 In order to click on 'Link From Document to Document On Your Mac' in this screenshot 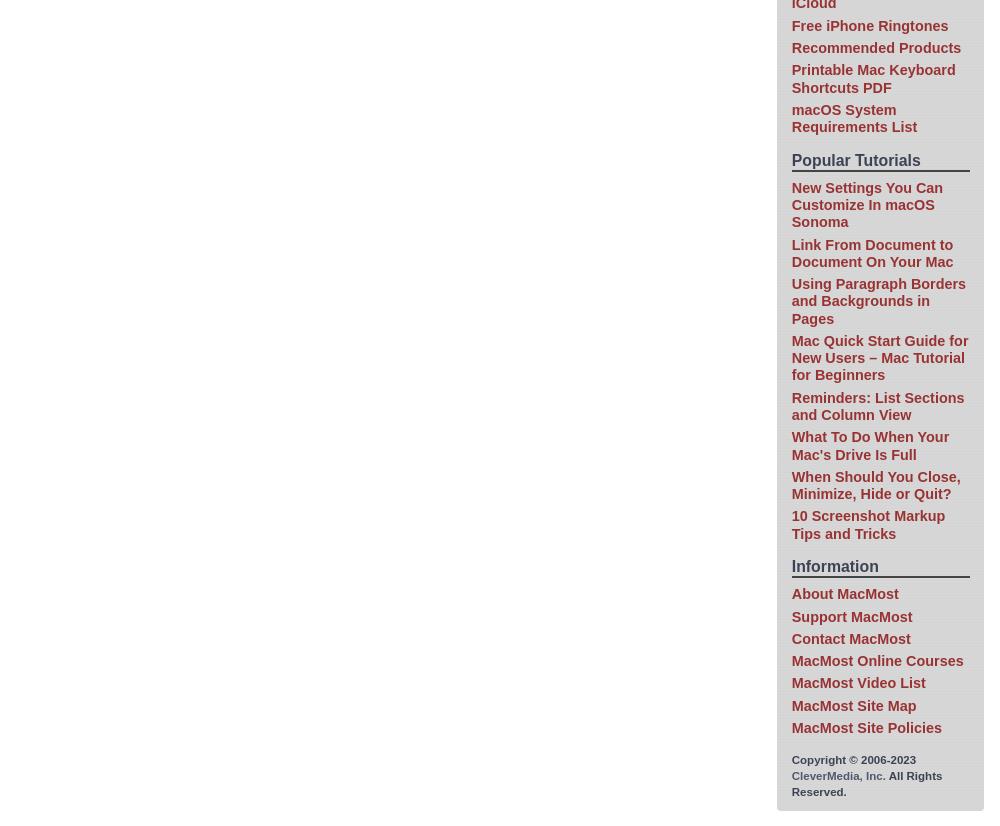, I will do `click(871, 252)`.